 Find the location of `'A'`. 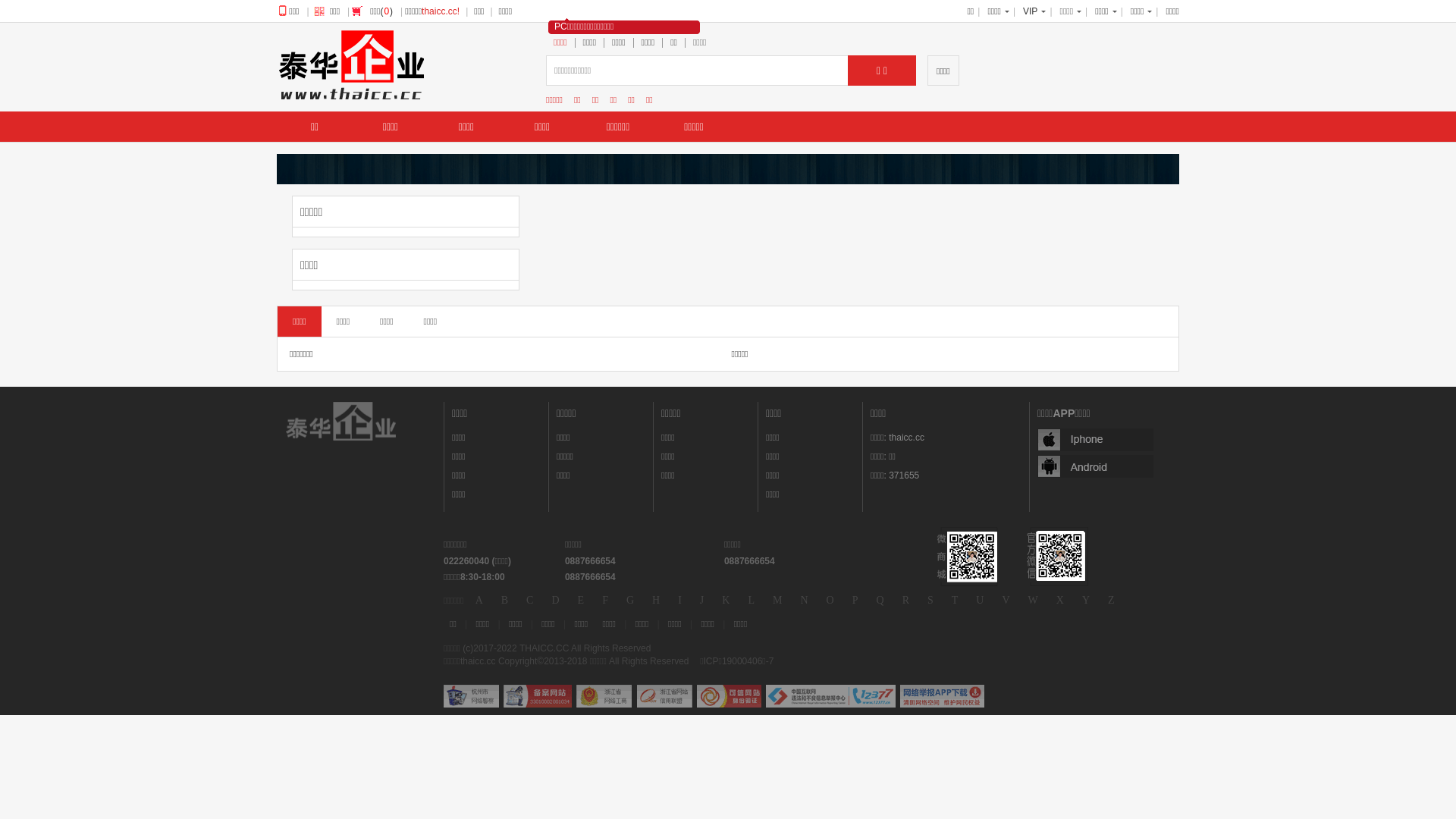

'A' is located at coordinates (479, 599).